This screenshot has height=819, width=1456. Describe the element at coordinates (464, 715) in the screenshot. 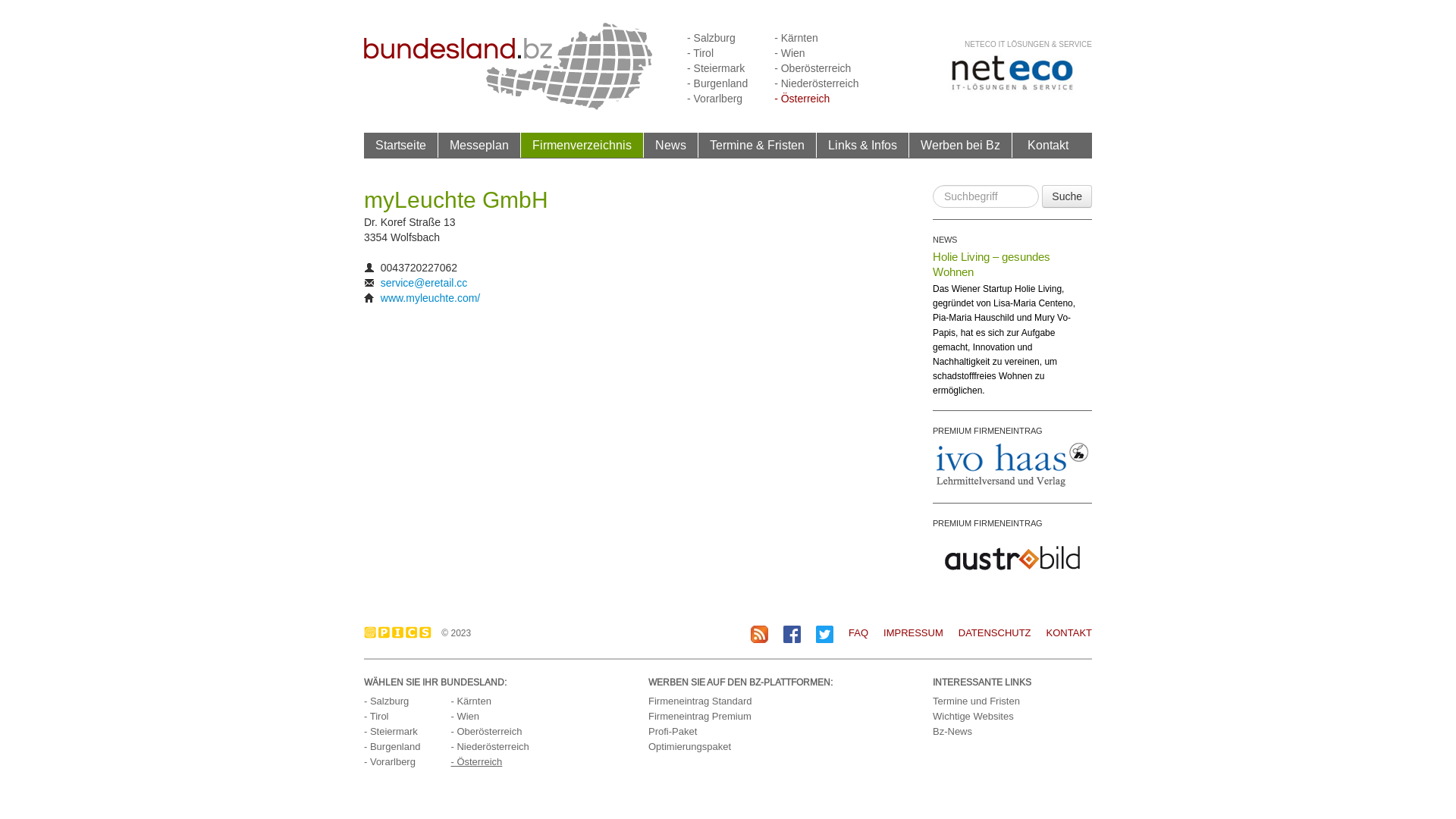

I see `'- Wien'` at that location.